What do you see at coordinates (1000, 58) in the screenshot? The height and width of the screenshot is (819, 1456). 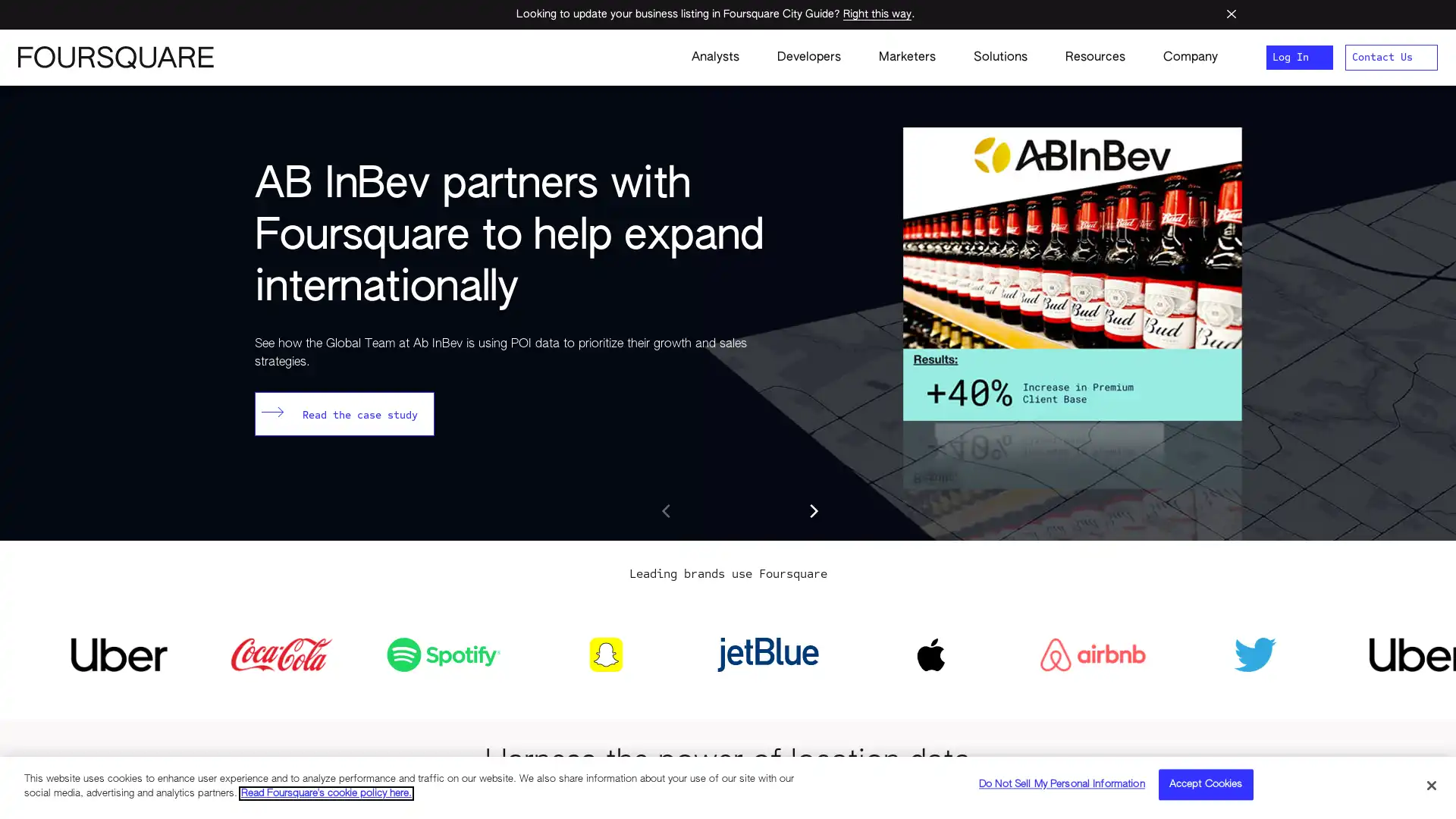 I see `Solutions` at bounding box center [1000, 58].